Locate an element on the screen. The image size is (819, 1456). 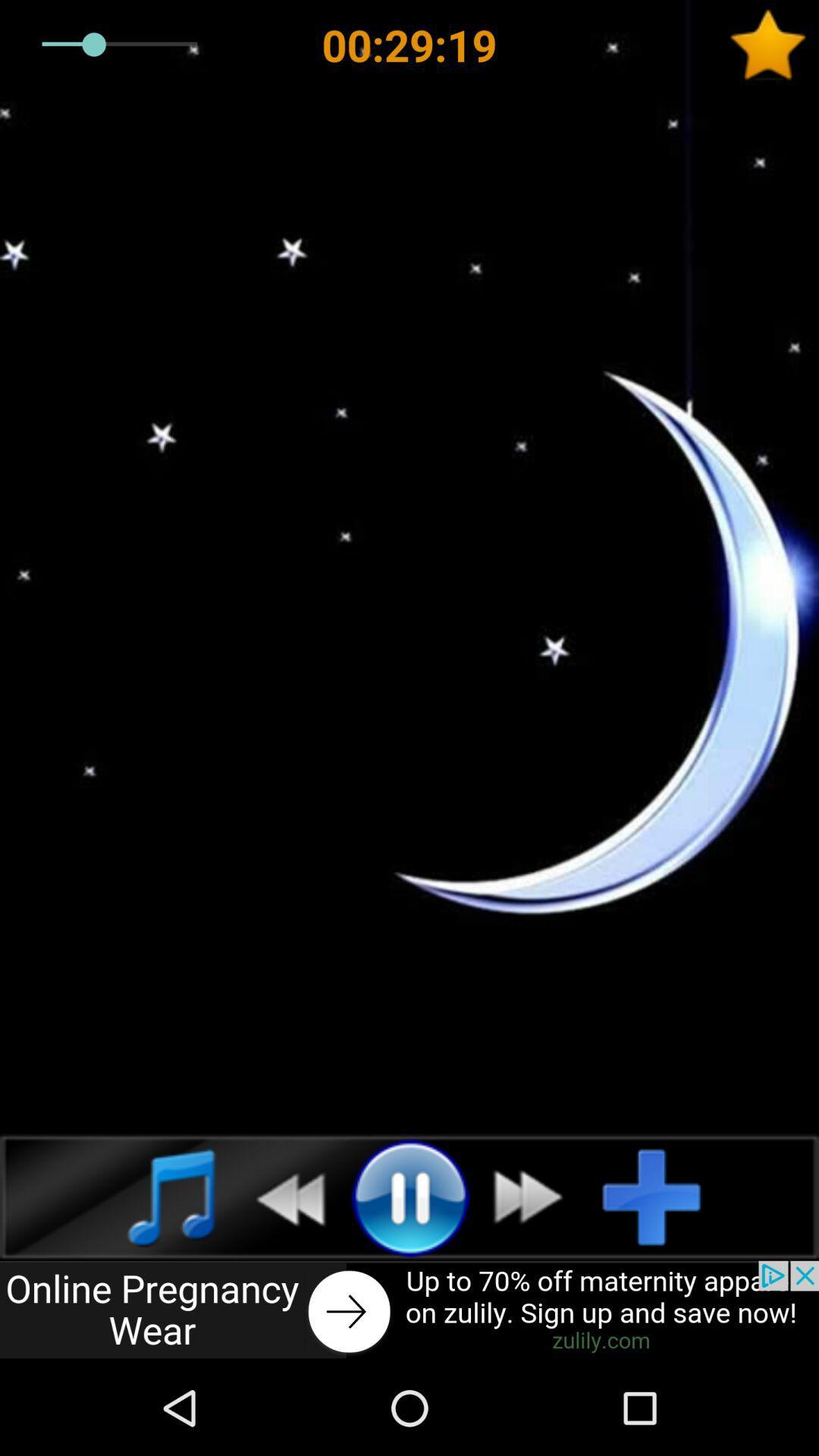
the av_rewind icon is located at coordinates (281, 1196).